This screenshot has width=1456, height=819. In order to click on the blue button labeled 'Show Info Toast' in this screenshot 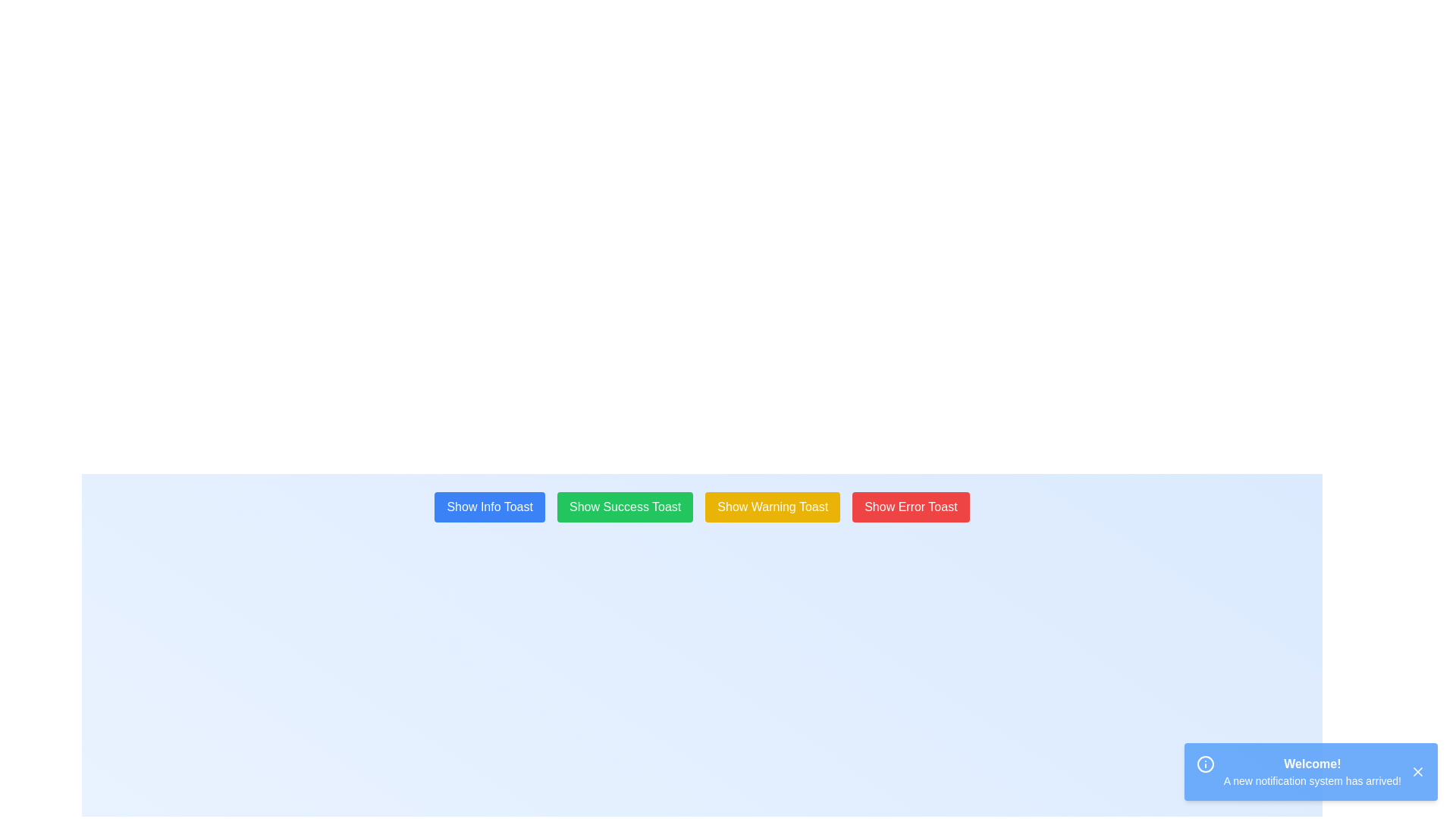, I will do `click(490, 507)`.